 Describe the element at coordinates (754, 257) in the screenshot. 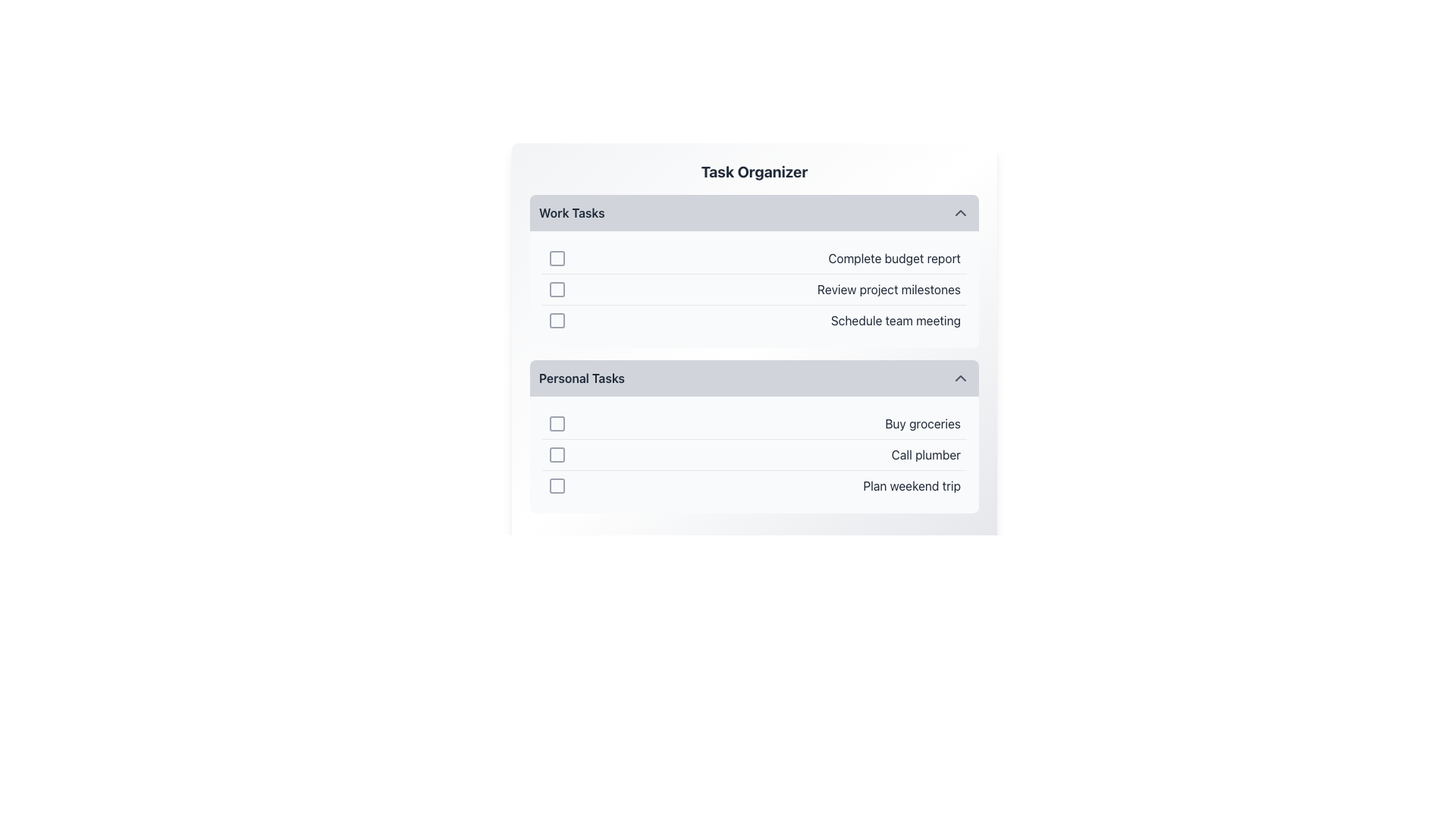

I see `the first task item in the 'Work Tasks' section of the 'Task Organizer'` at that location.